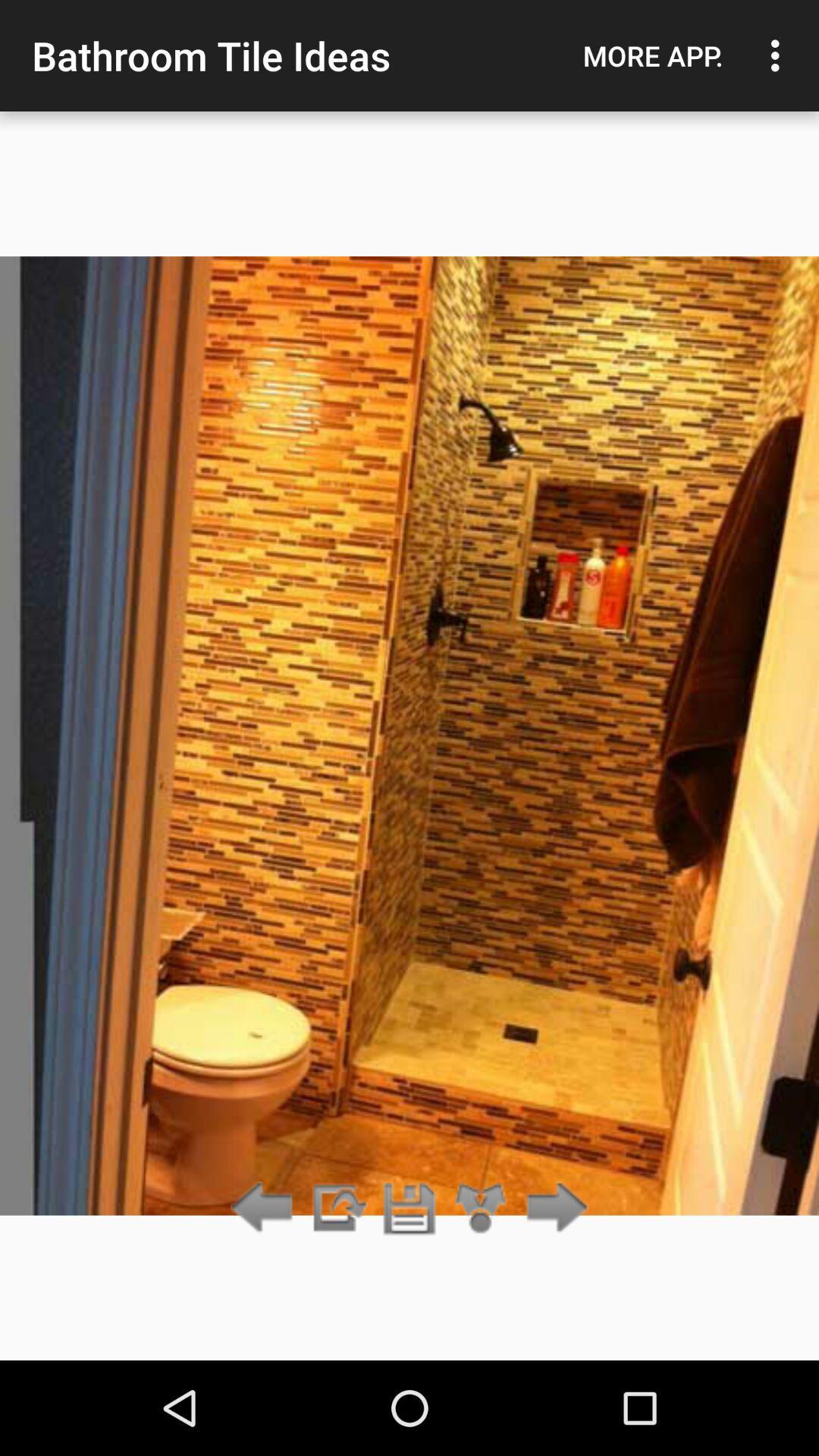 This screenshot has width=819, height=1456. Describe the element at coordinates (652, 55) in the screenshot. I see `more app. icon` at that location.